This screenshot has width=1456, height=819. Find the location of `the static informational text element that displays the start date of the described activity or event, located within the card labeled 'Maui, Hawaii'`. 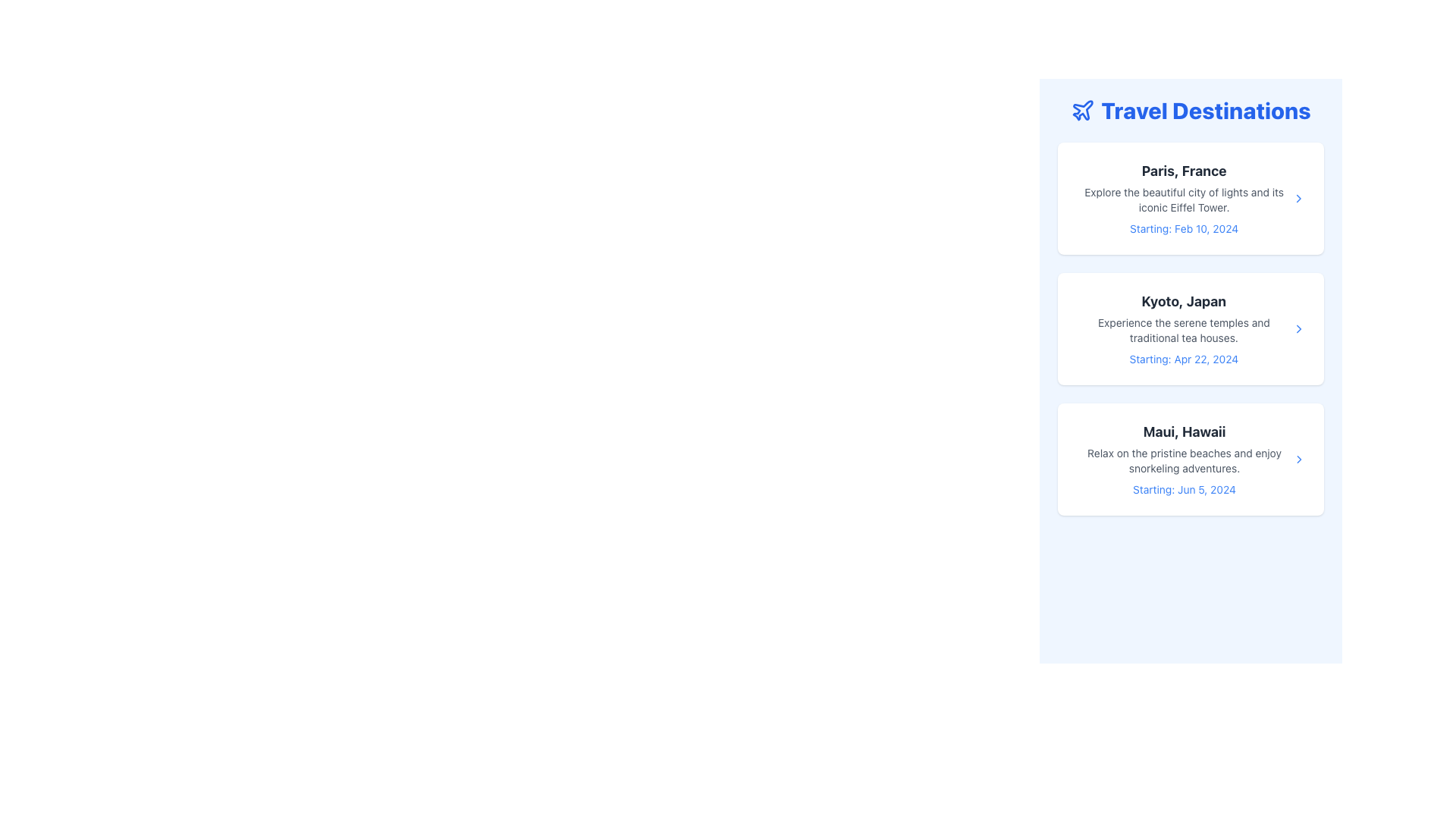

the static informational text element that displays the start date of the described activity or event, located within the card labeled 'Maui, Hawaii' is located at coordinates (1184, 489).